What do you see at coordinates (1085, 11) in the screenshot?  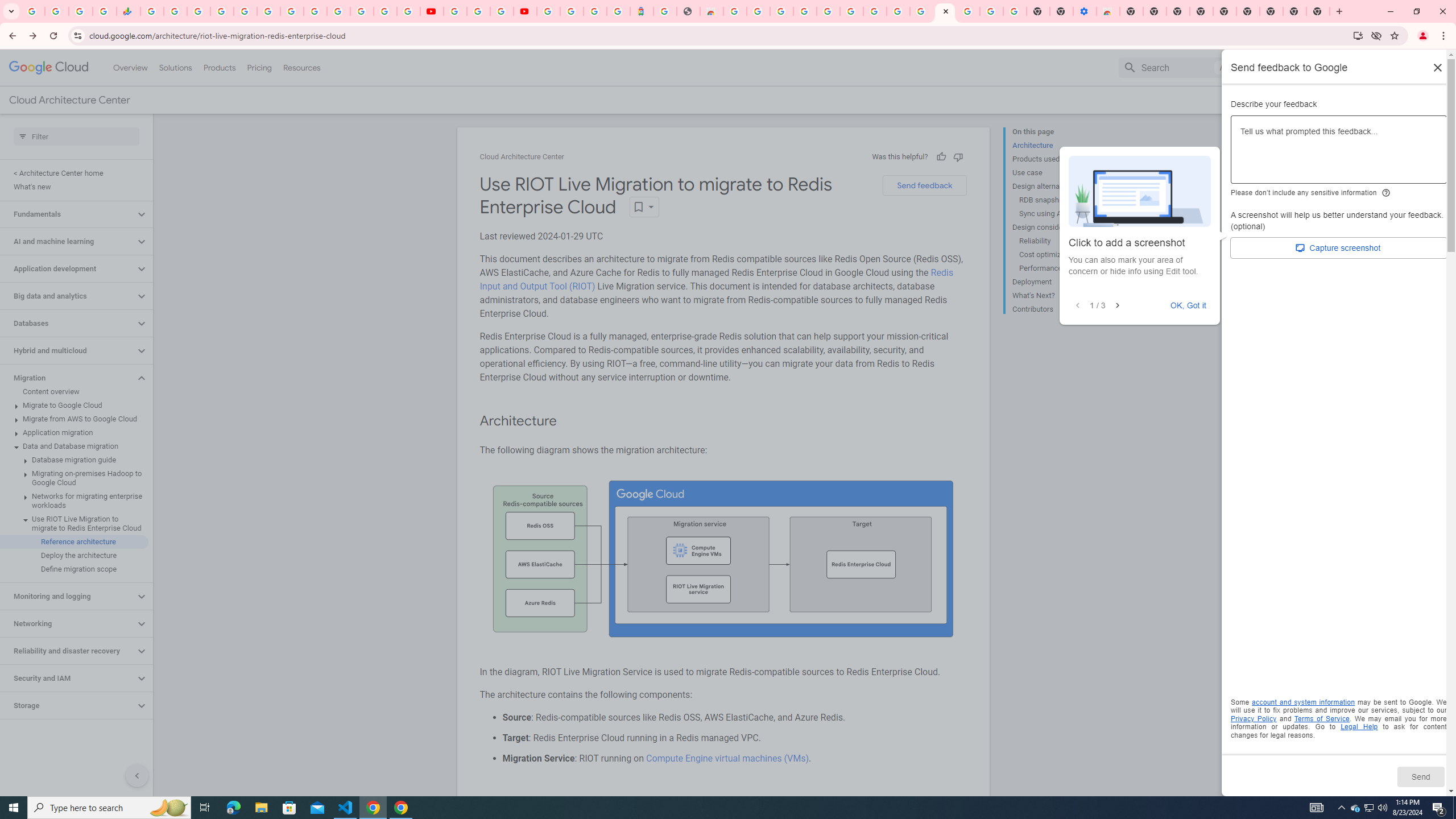 I see `'Settings - Accessibility'` at bounding box center [1085, 11].